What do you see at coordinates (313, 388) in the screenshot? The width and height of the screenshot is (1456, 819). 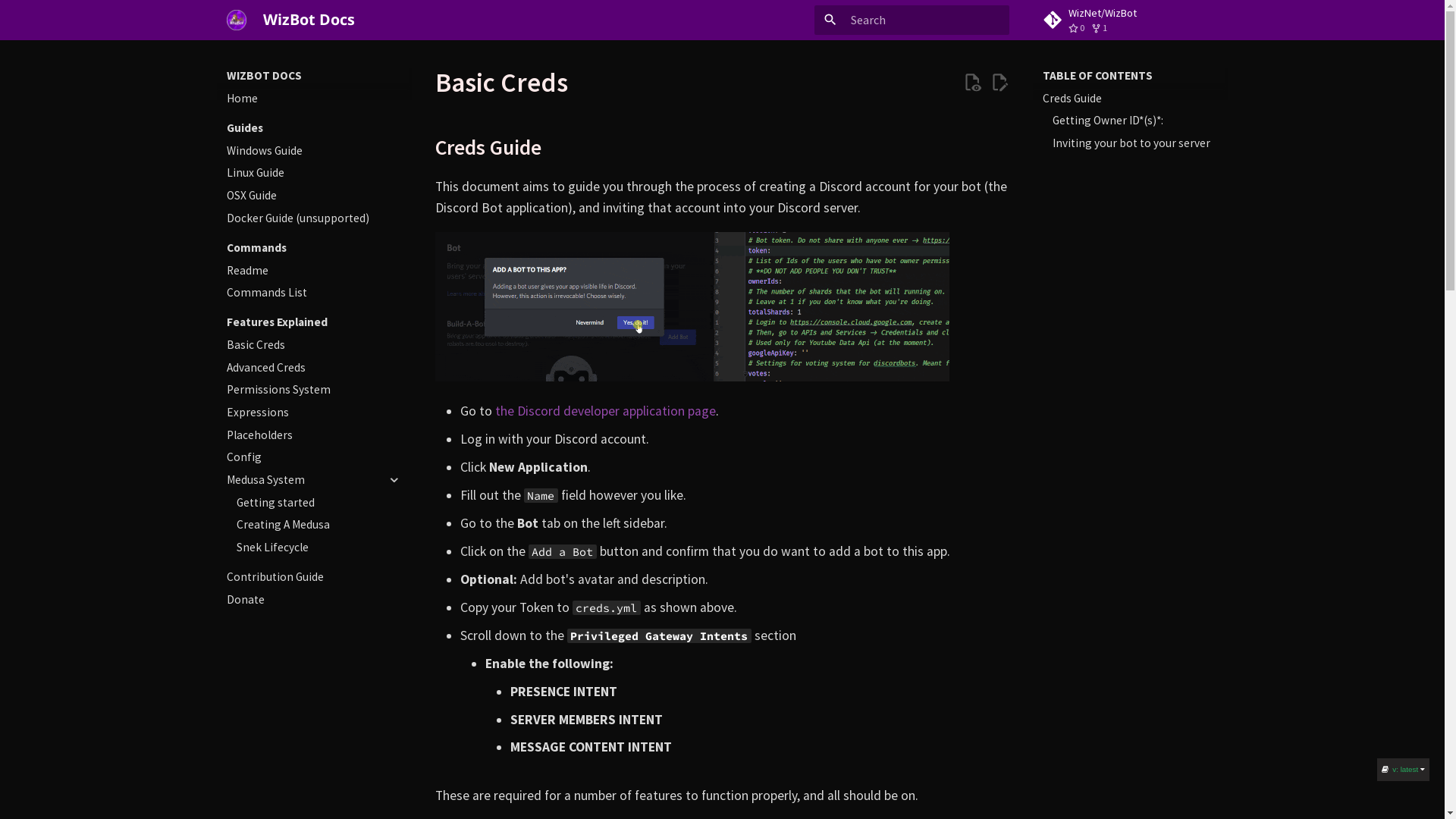 I see `'Permissions System'` at bounding box center [313, 388].